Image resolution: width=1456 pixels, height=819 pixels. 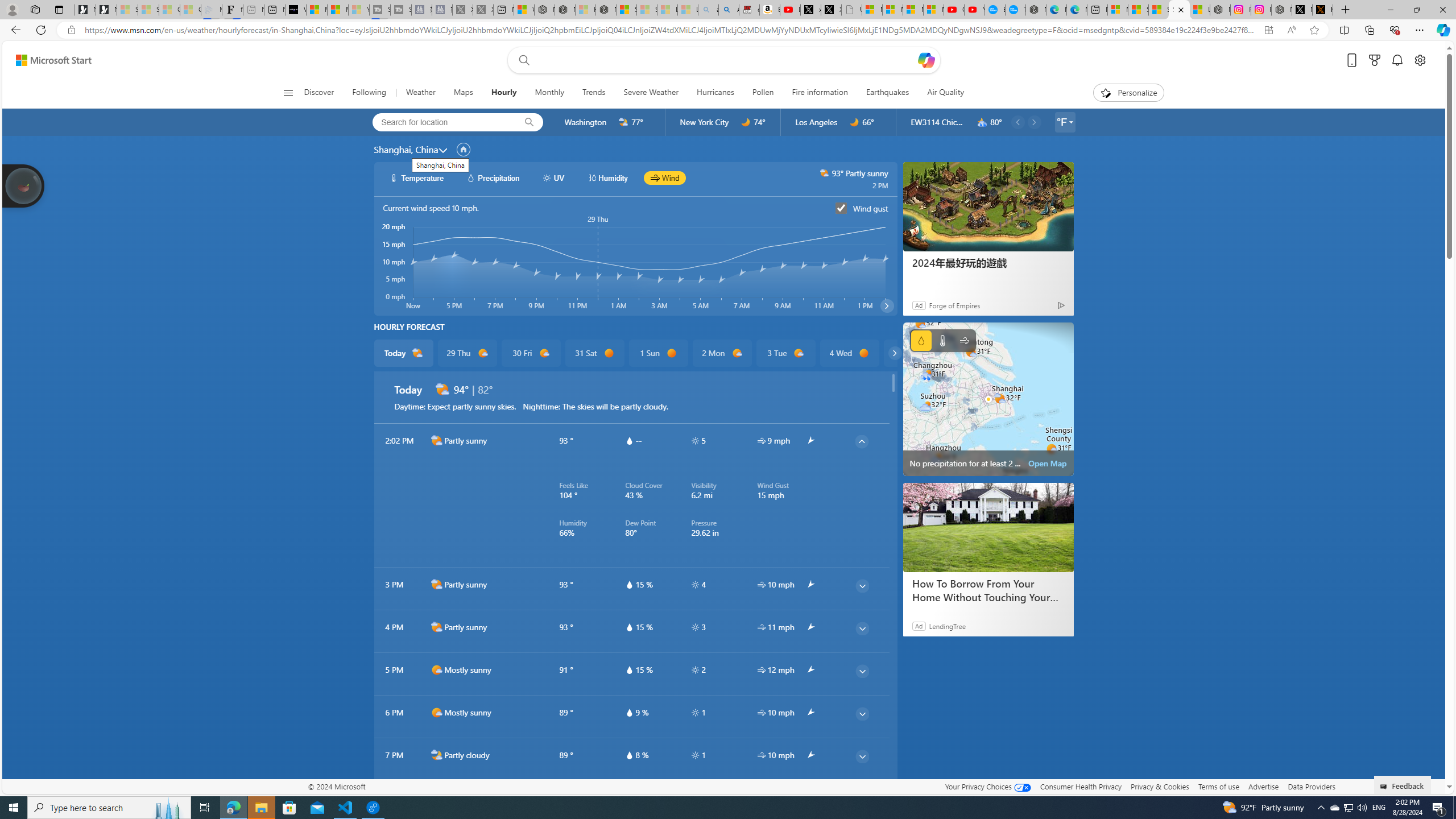 What do you see at coordinates (988, 399) in the screenshot?
I see `'No precipitation for at least 2 hours'` at bounding box center [988, 399].